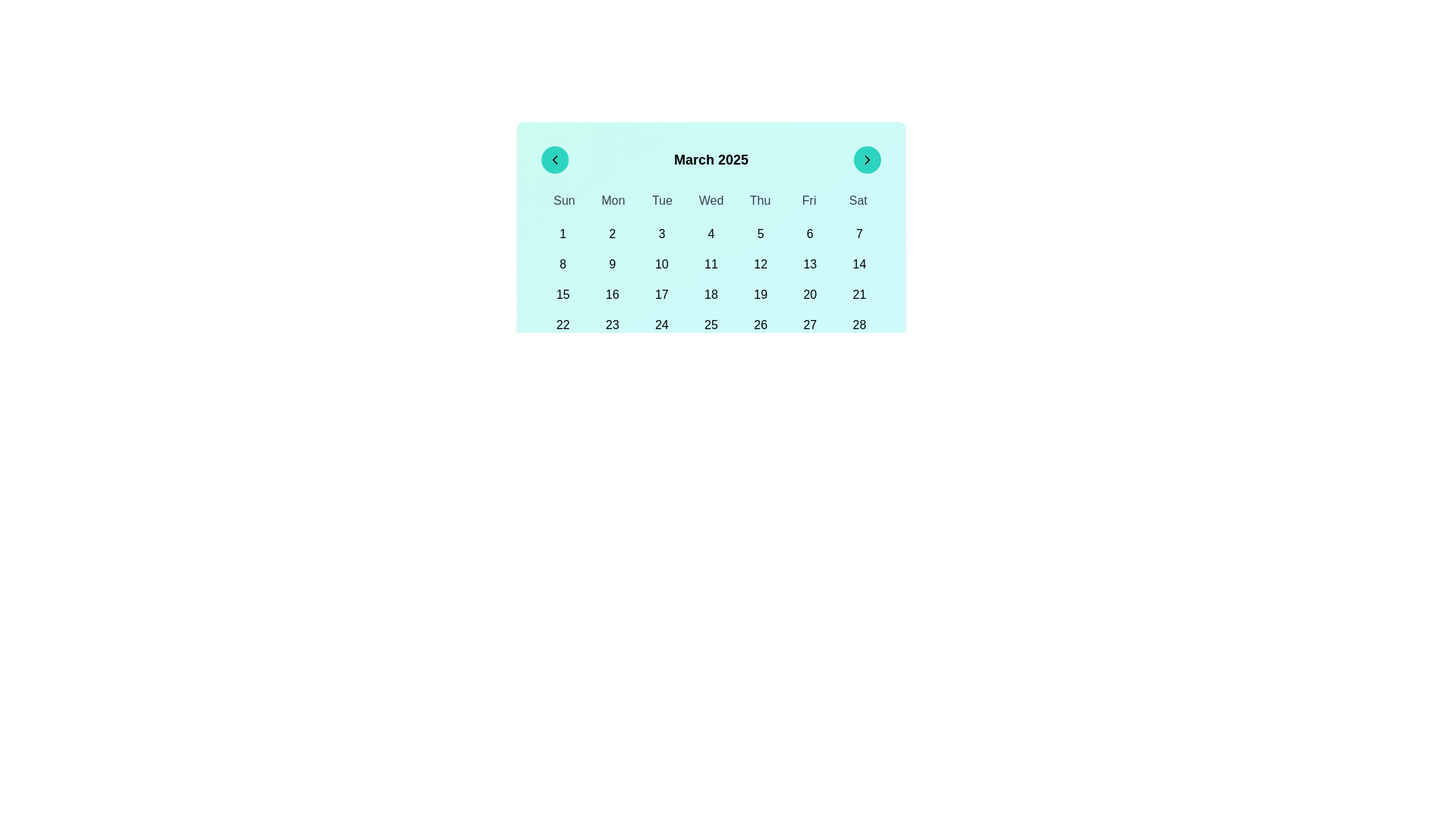 The width and height of the screenshot is (1456, 819). What do you see at coordinates (661, 234) in the screenshot?
I see `the button labeled '3', which is styled as a calendar date box` at bounding box center [661, 234].